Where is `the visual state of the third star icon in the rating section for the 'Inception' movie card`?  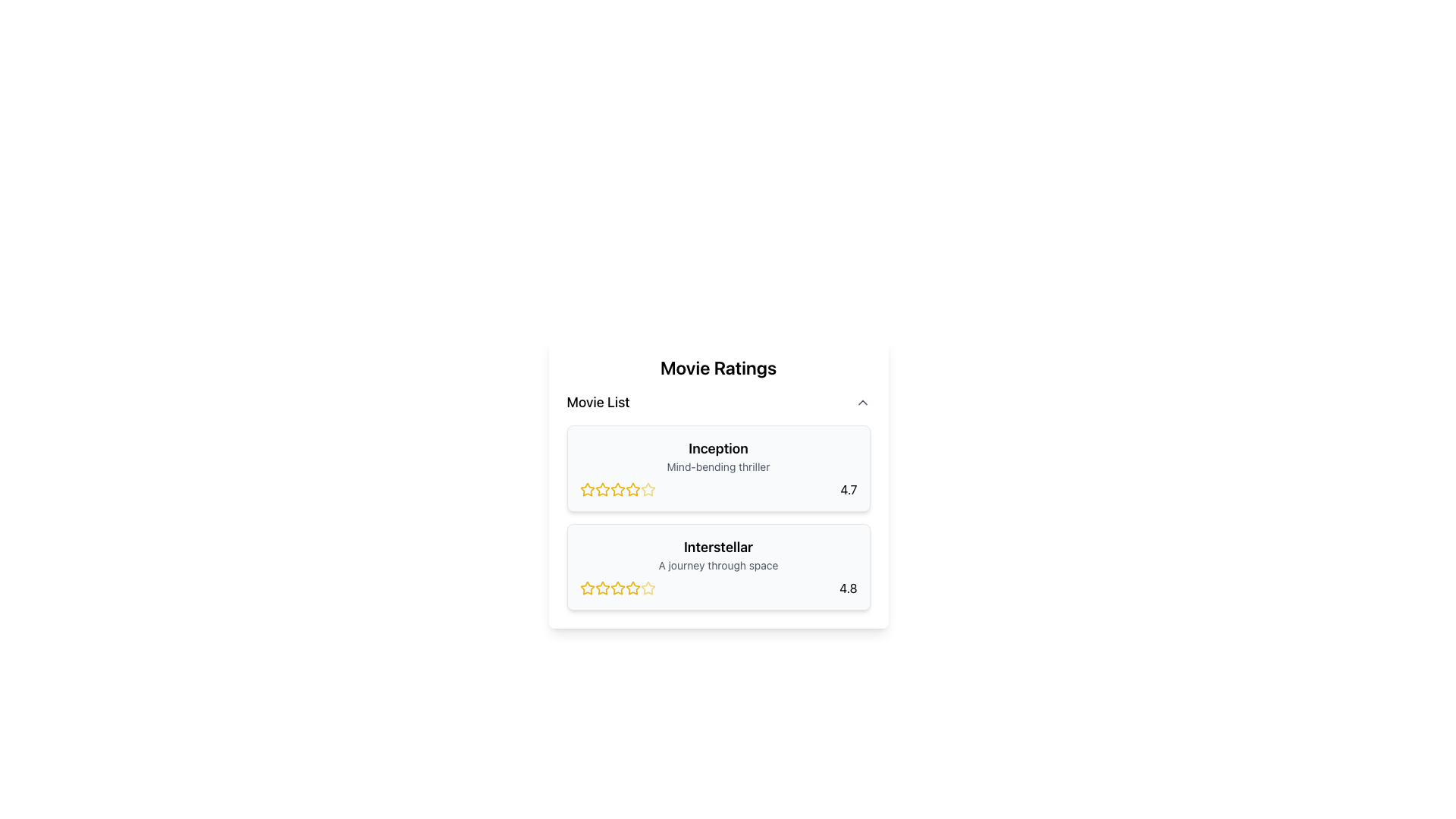 the visual state of the third star icon in the rating section for the 'Inception' movie card is located at coordinates (601, 489).